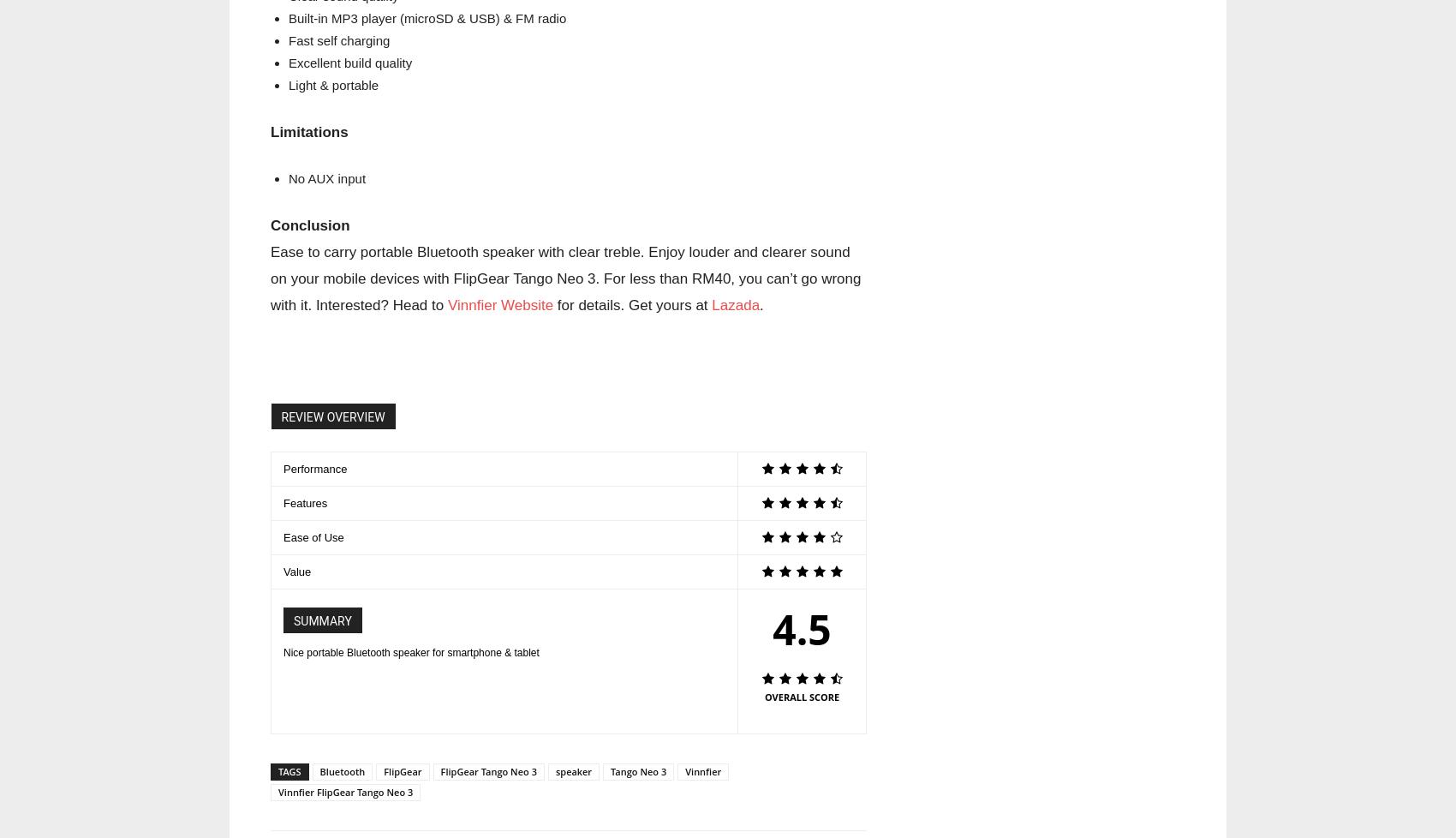 The height and width of the screenshot is (838, 1456). What do you see at coordinates (411, 651) in the screenshot?
I see `'Nice portable Bluetooth speaker for smartphone & tablet'` at bounding box center [411, 651].